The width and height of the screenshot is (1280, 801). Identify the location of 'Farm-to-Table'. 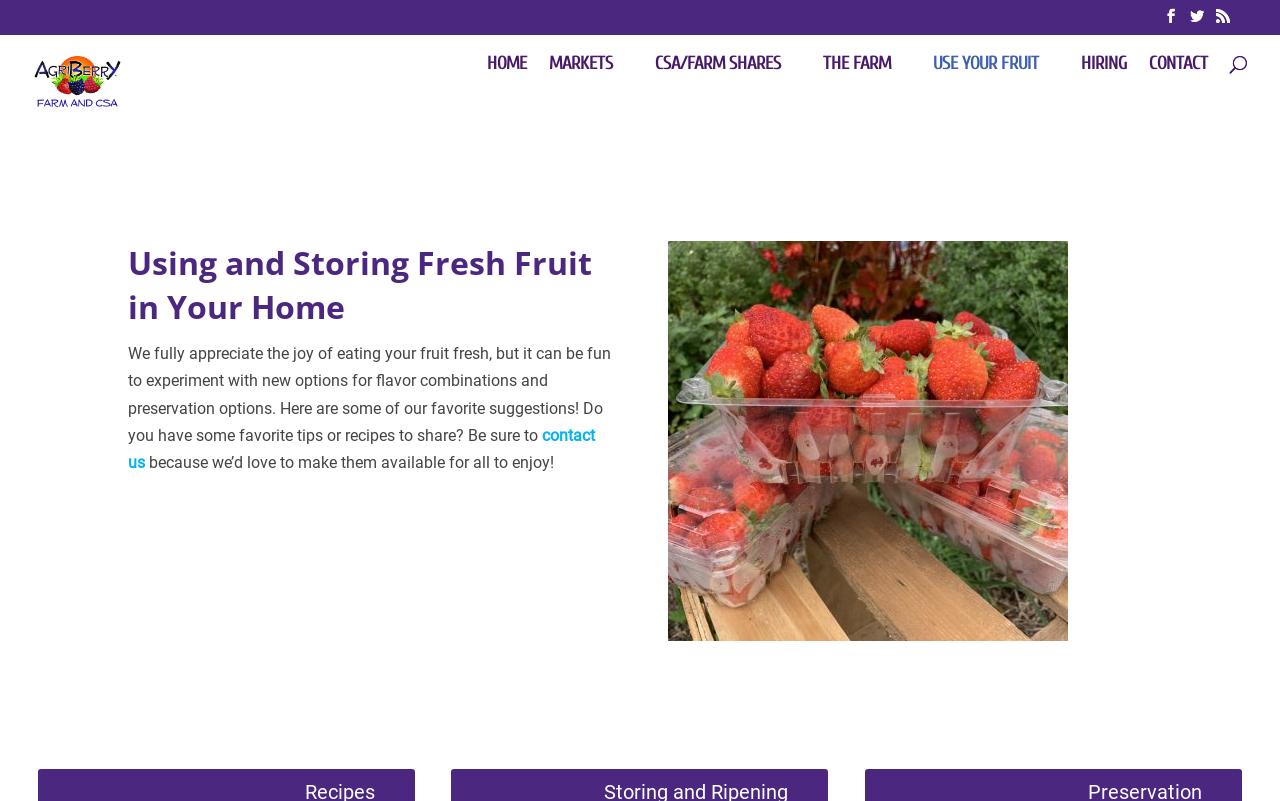
(641, 328).